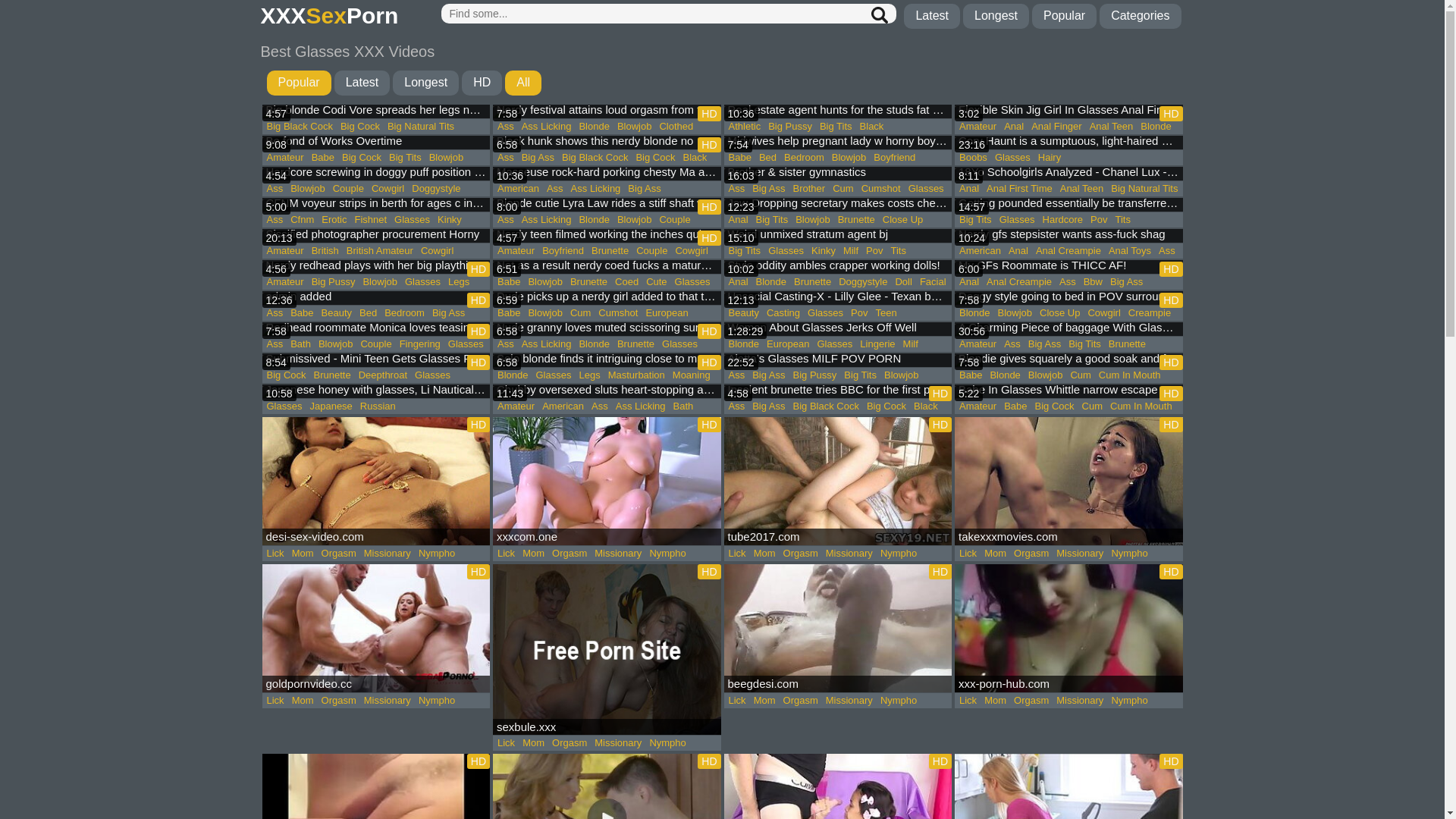 The height and width of the screenshot is (819, 1456). I want to click on 'Lingerie', so click(877, 344).